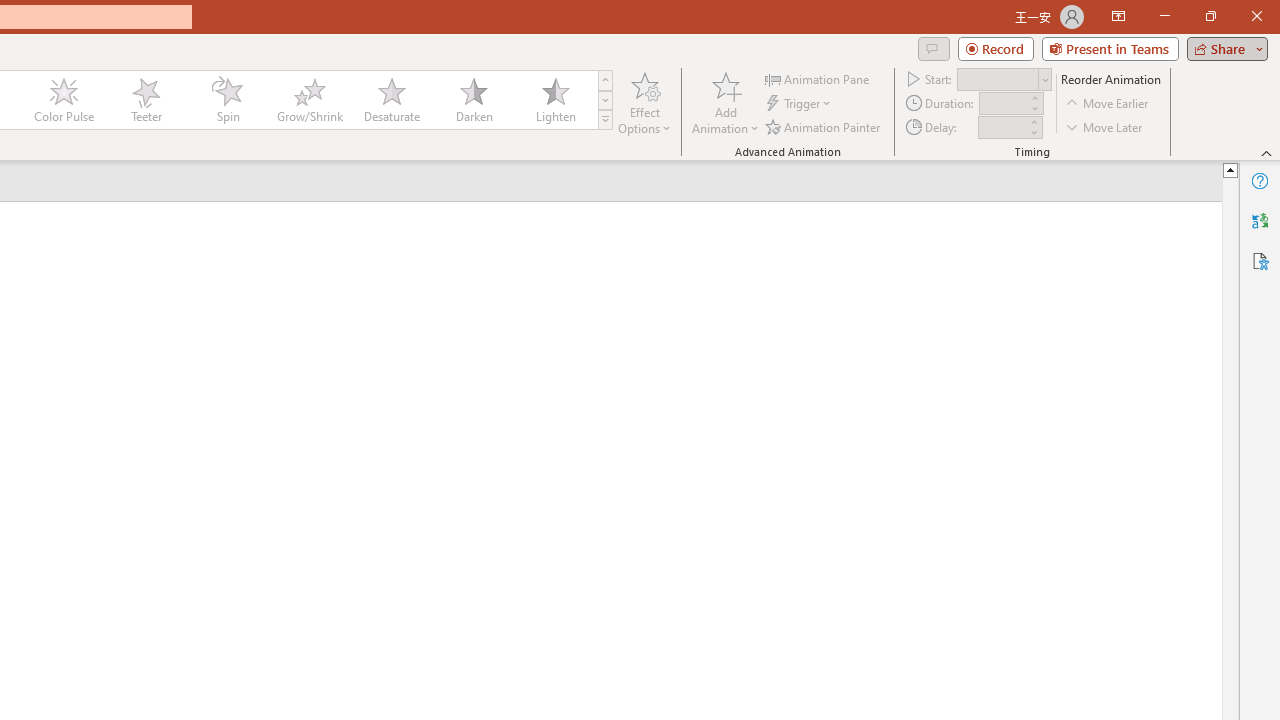 Image resolution: width=1280 pixels, height=720 pixels. What do you see at coordinates (472, 100) in the screenshot?
I see `'Darken'` at bounding box center [472, 100].